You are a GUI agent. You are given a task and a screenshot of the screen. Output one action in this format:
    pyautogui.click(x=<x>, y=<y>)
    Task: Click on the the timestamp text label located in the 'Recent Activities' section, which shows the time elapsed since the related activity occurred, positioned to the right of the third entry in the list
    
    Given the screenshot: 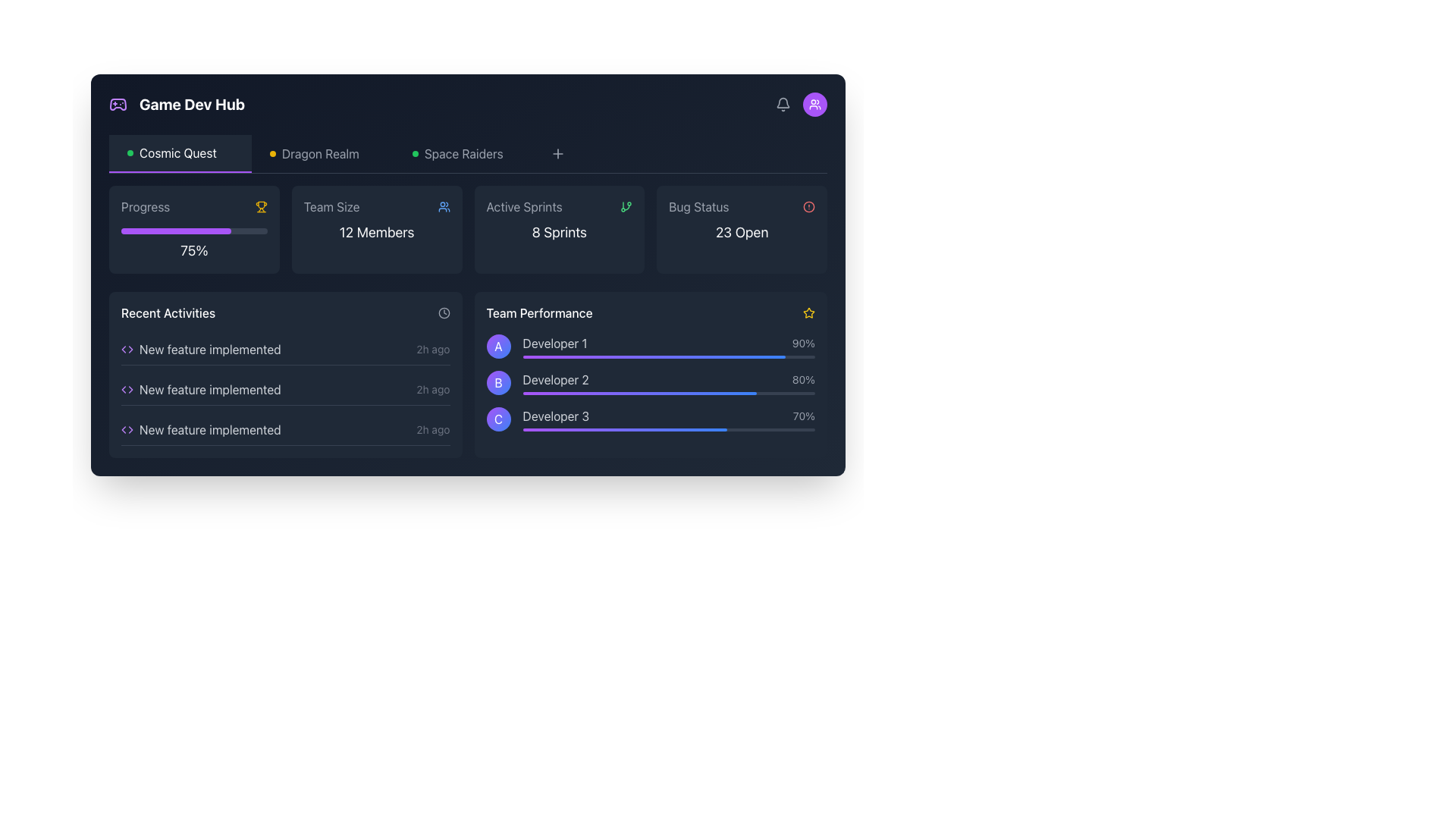 What is the action you would take?
    pyautogui.click(x=432, y=430)
    